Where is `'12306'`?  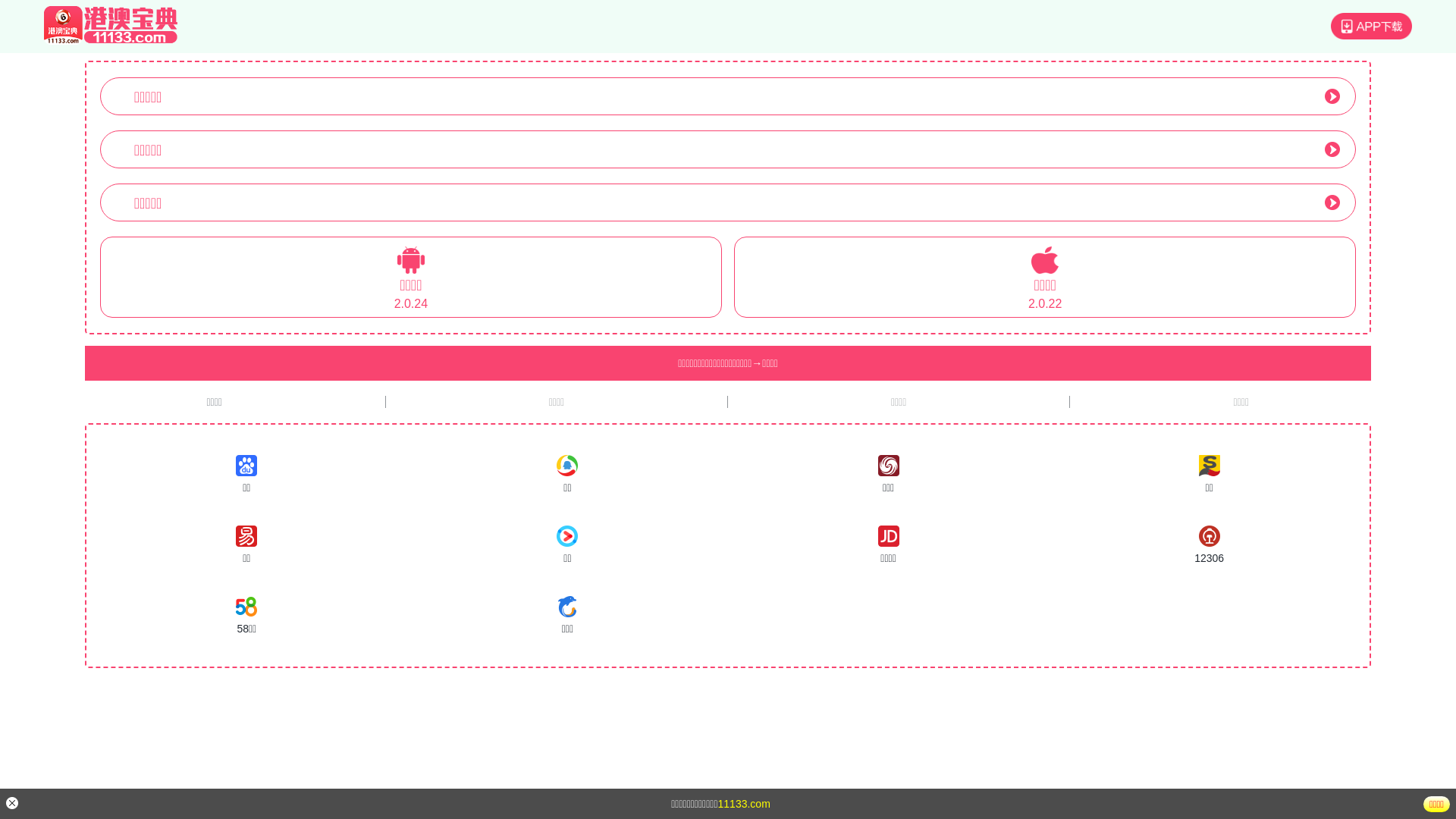 '12306' is located at coordinates (1208, 544).